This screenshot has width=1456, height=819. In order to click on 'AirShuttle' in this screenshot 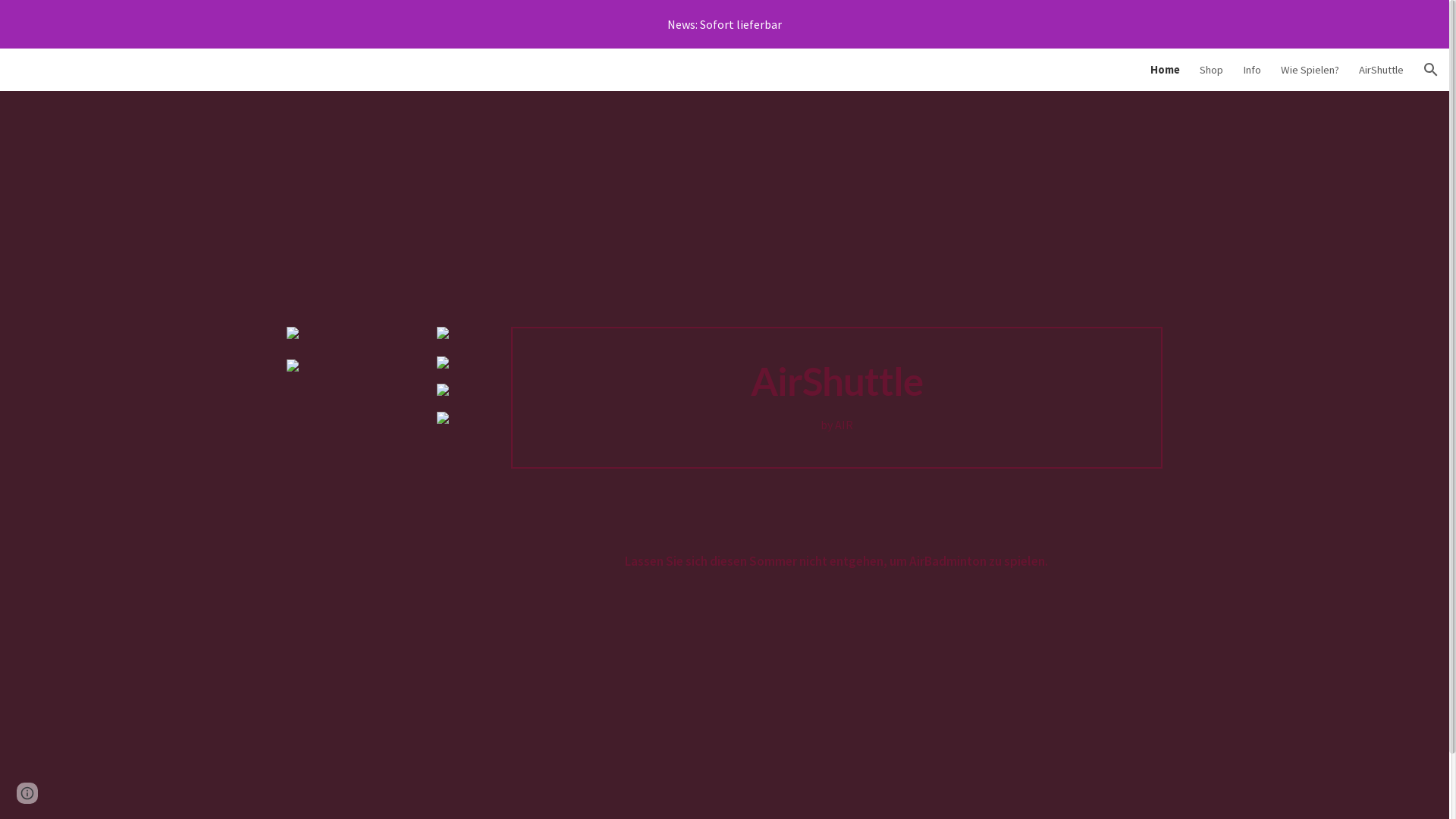, I will do `click(1381, 70)`.